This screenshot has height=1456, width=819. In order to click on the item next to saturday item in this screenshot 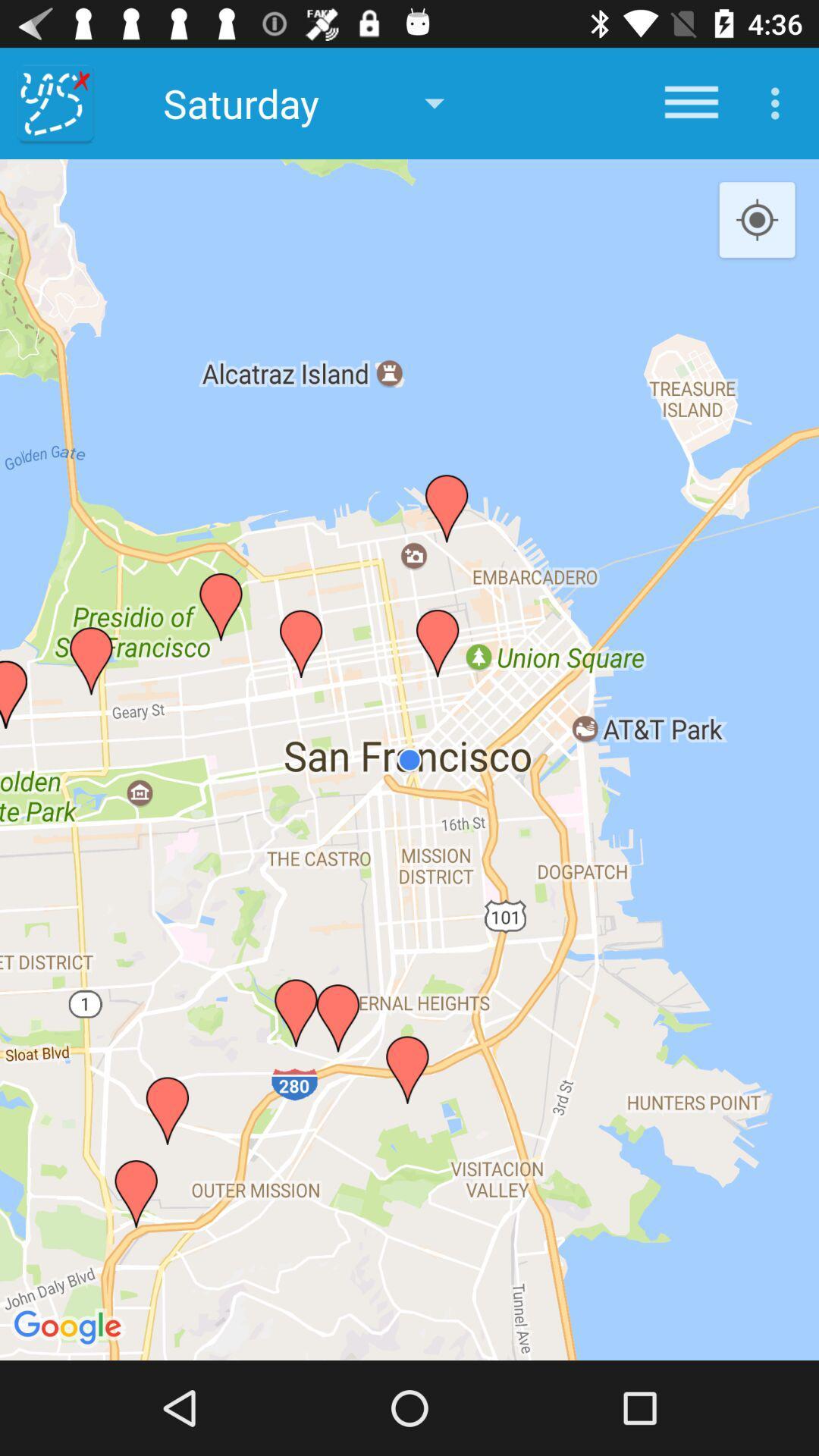, I will do `click(55, 102)`.